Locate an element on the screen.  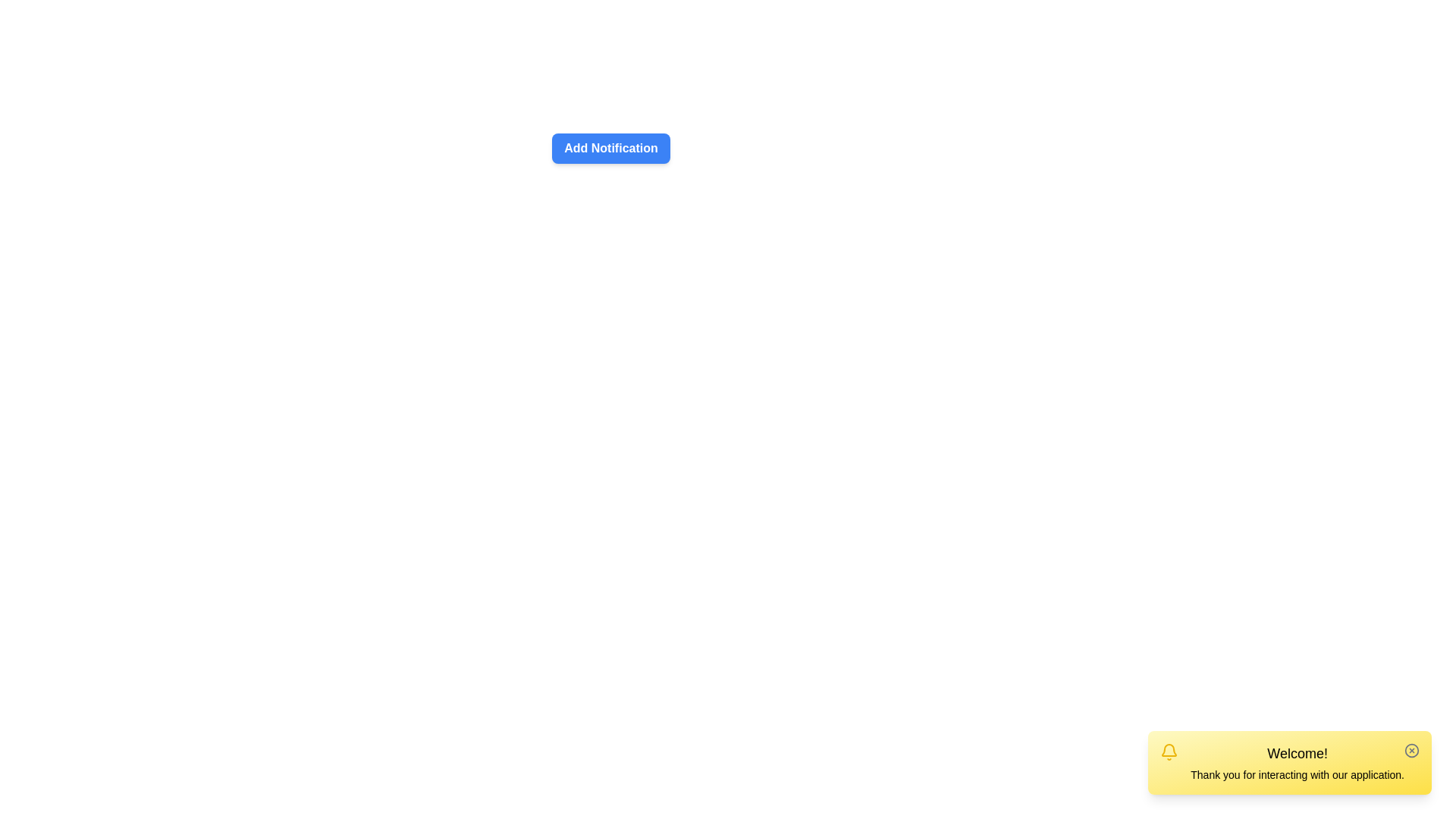
the prominent text label reading 'Welcome!' styled with a large font size and medium weight, displayed in black against a light yellow background is located at coordinates (1297, 754).